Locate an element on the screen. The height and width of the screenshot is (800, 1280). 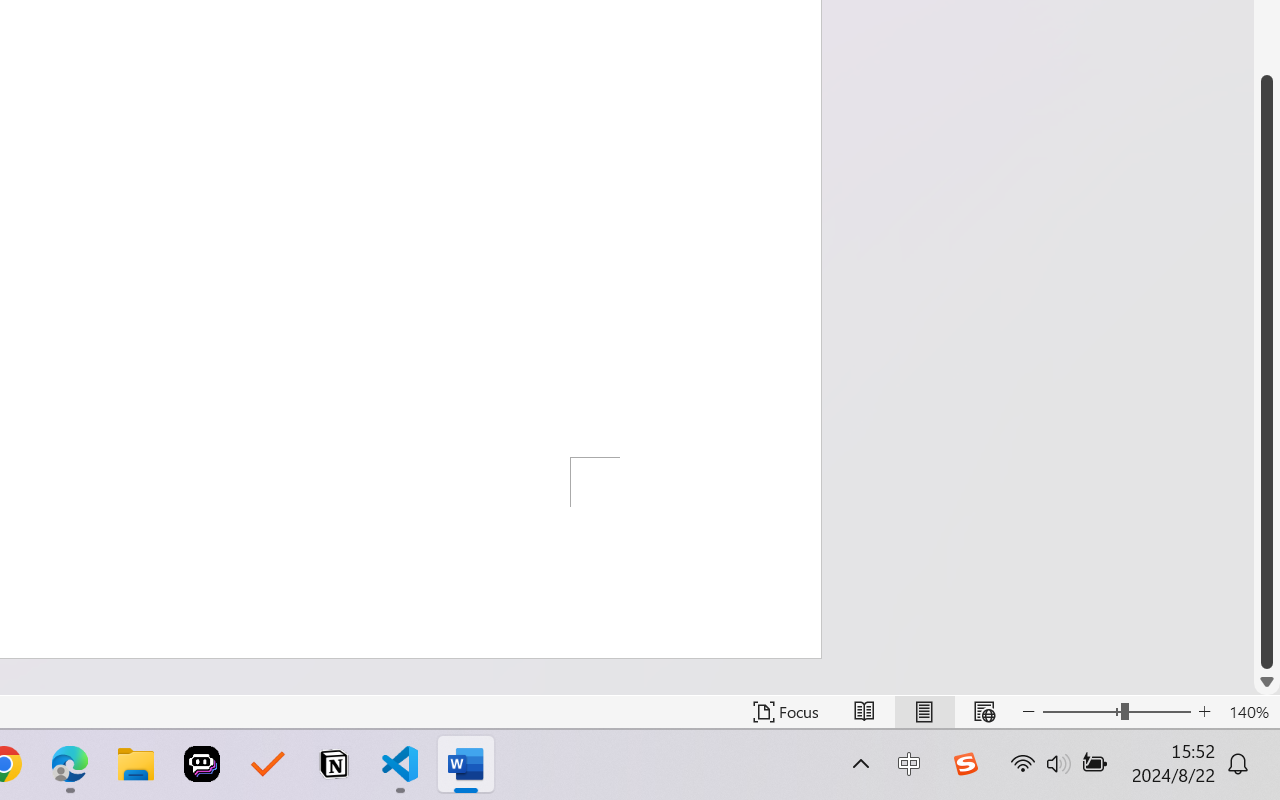
'Zoom In' is located at coordinates (1204, 711).